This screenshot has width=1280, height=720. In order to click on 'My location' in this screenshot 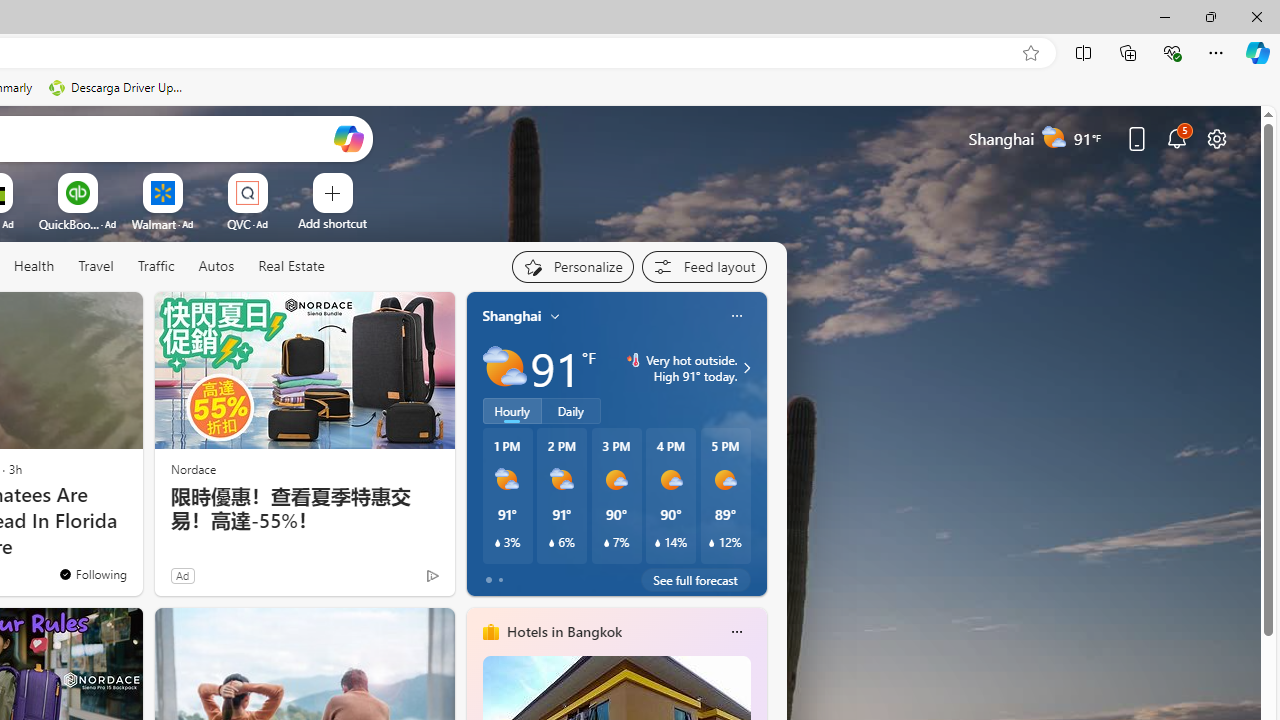, I will do `click(555, 315)`.